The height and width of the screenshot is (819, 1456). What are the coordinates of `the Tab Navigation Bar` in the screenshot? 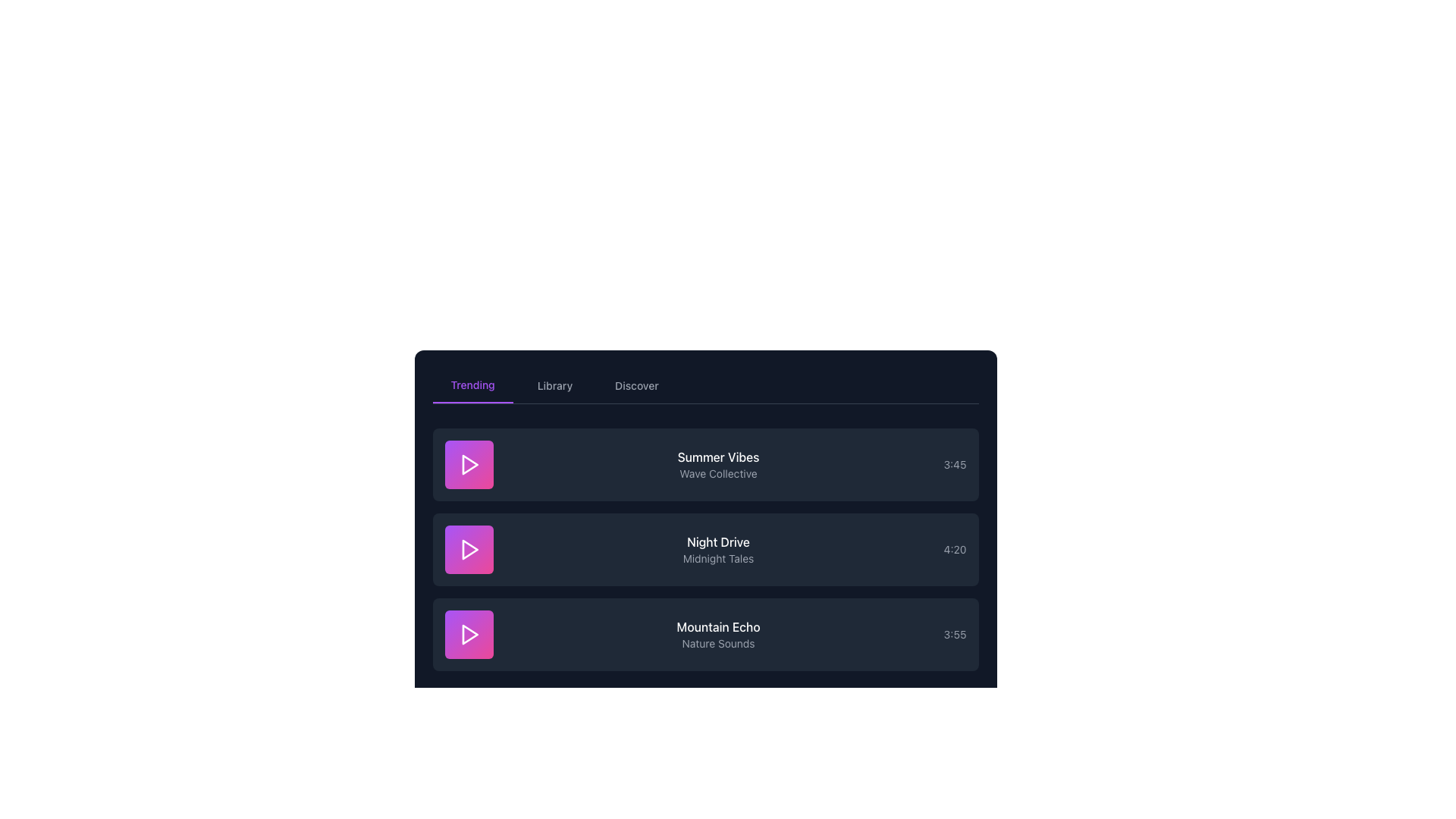 It's located at (704, 385).